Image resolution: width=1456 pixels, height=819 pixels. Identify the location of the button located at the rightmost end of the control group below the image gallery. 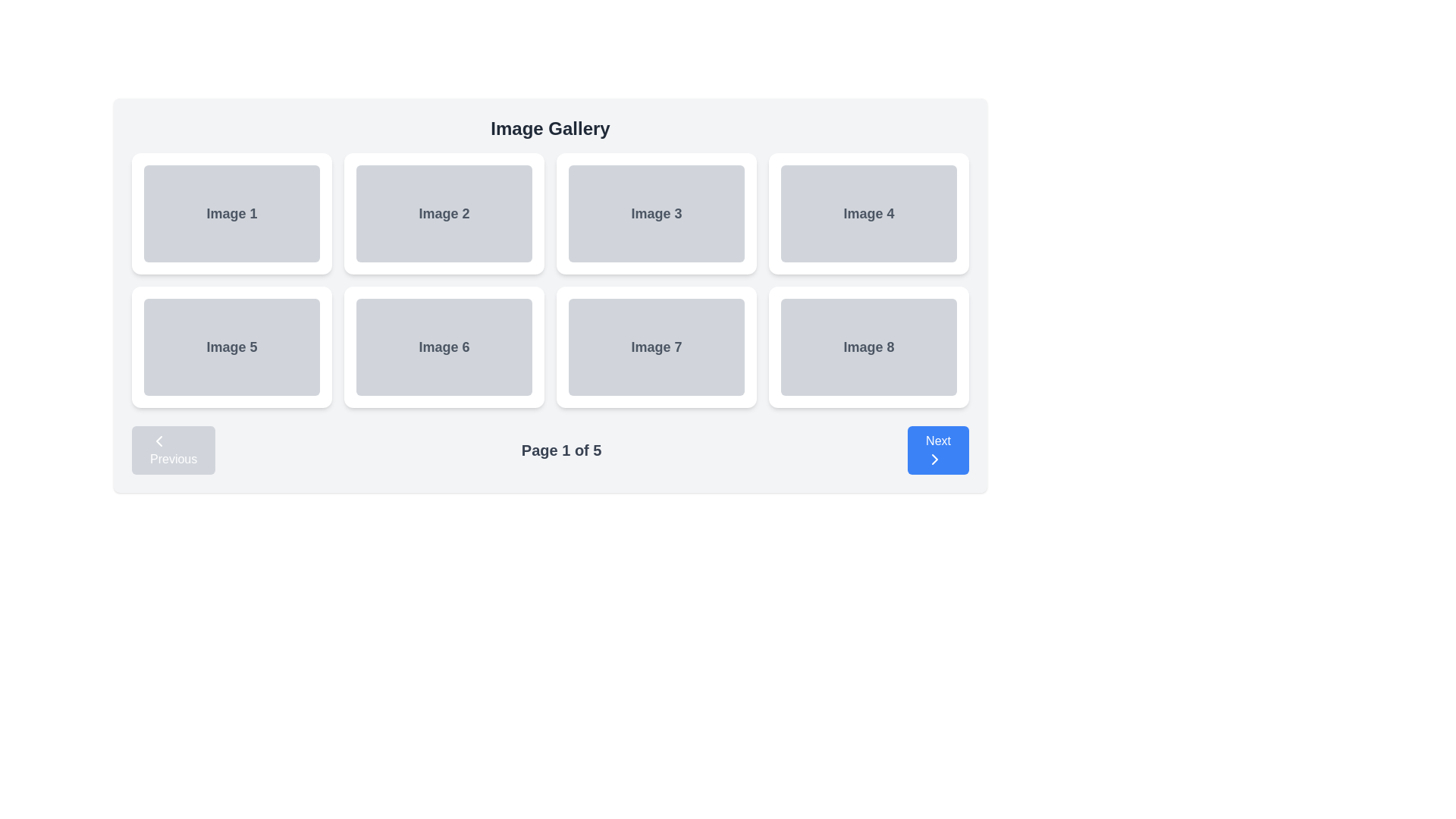
(937, 450).